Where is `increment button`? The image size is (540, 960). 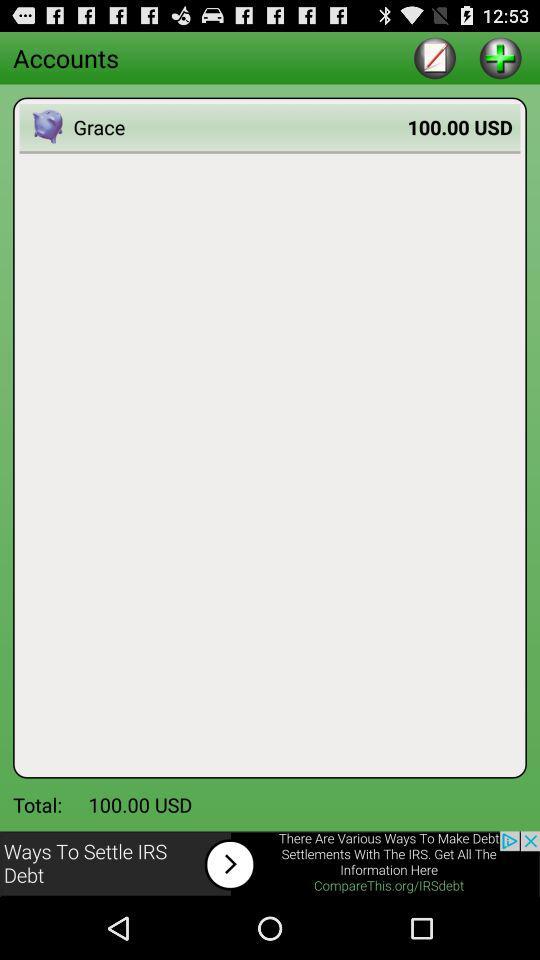 increment button is located at coordinates (499, 56).